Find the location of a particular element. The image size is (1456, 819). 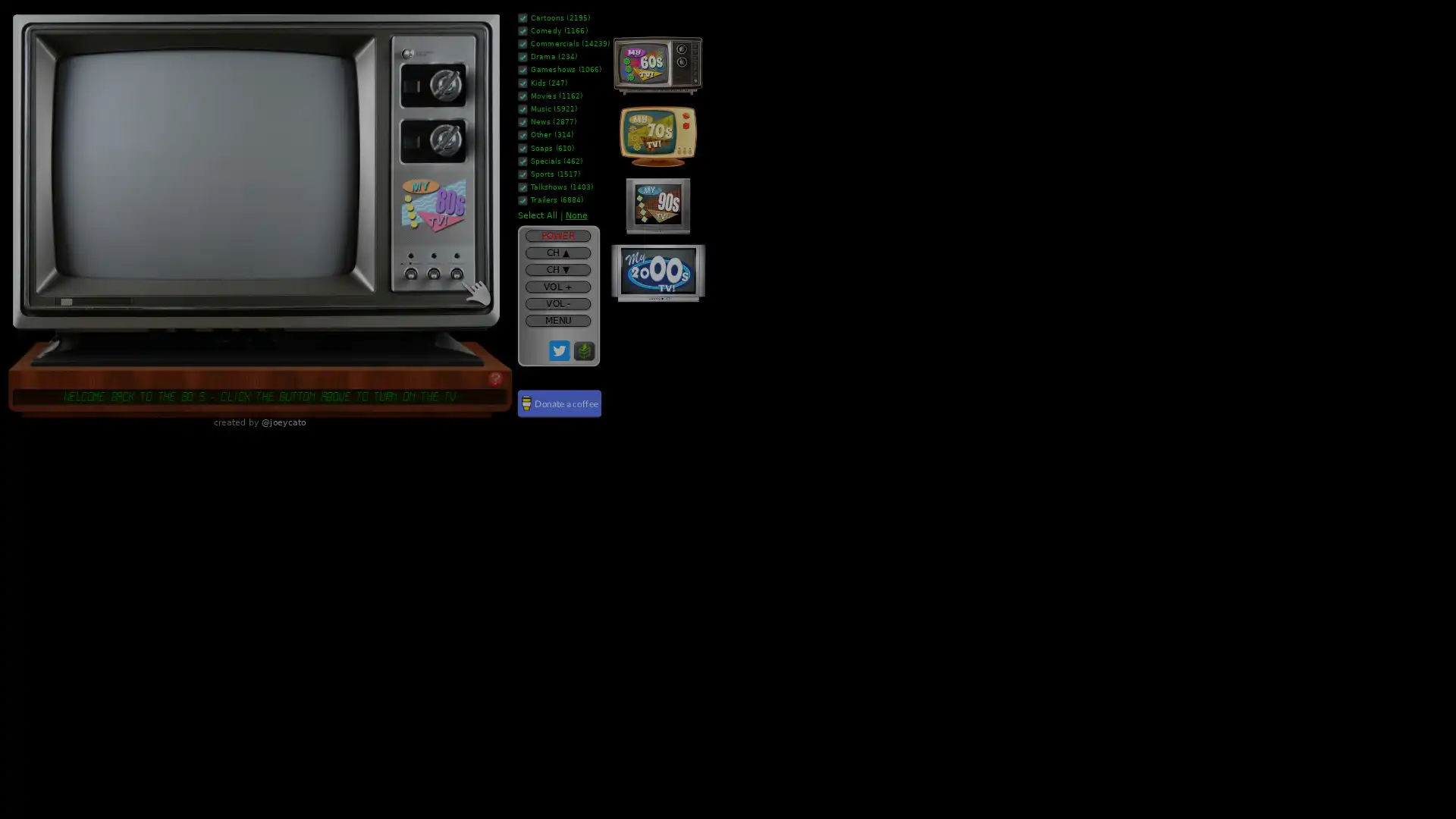

VOL - is located at coordinates (557, 303).